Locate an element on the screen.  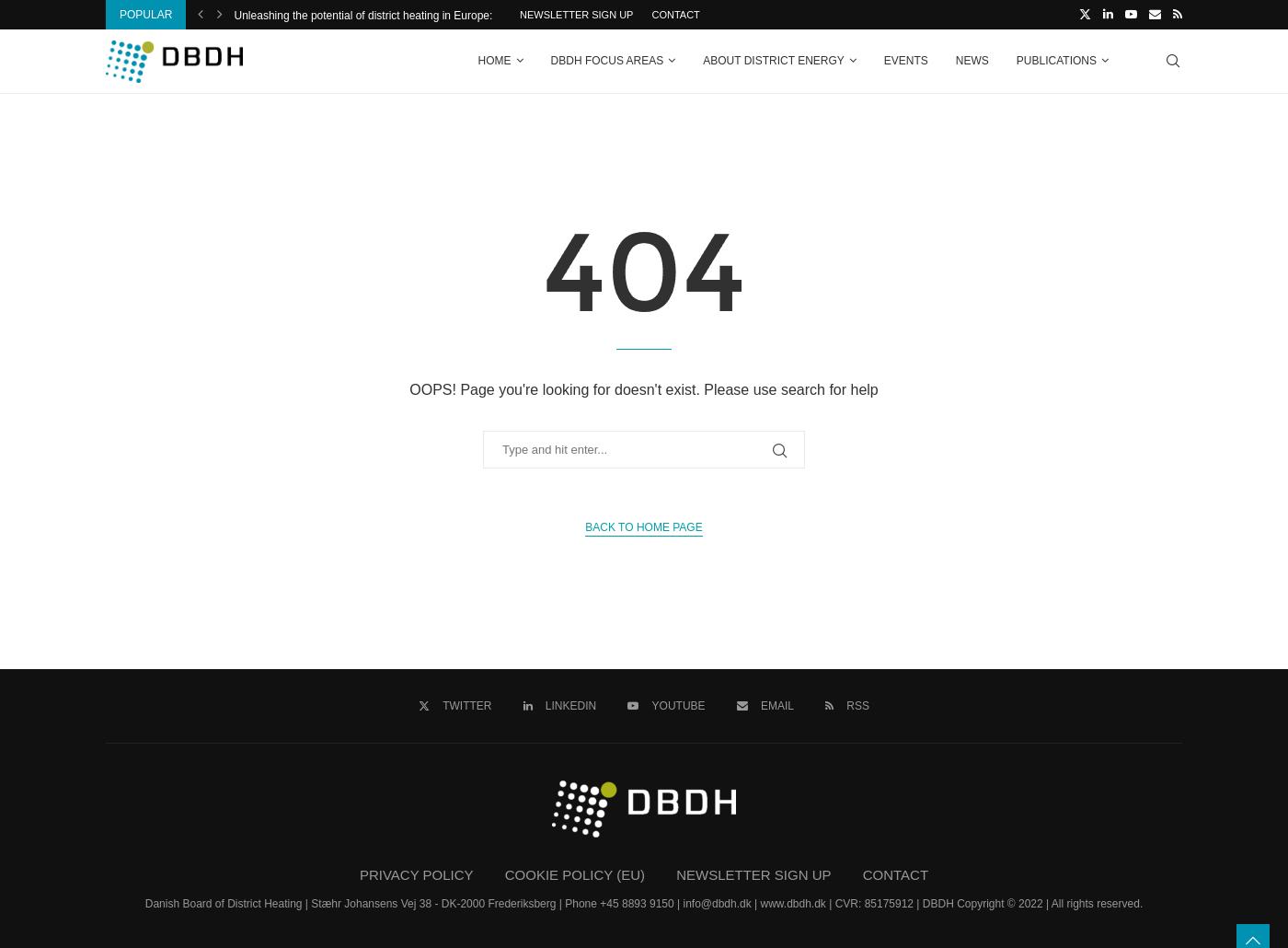
'Publications' is located at coordinates (1056, 61).